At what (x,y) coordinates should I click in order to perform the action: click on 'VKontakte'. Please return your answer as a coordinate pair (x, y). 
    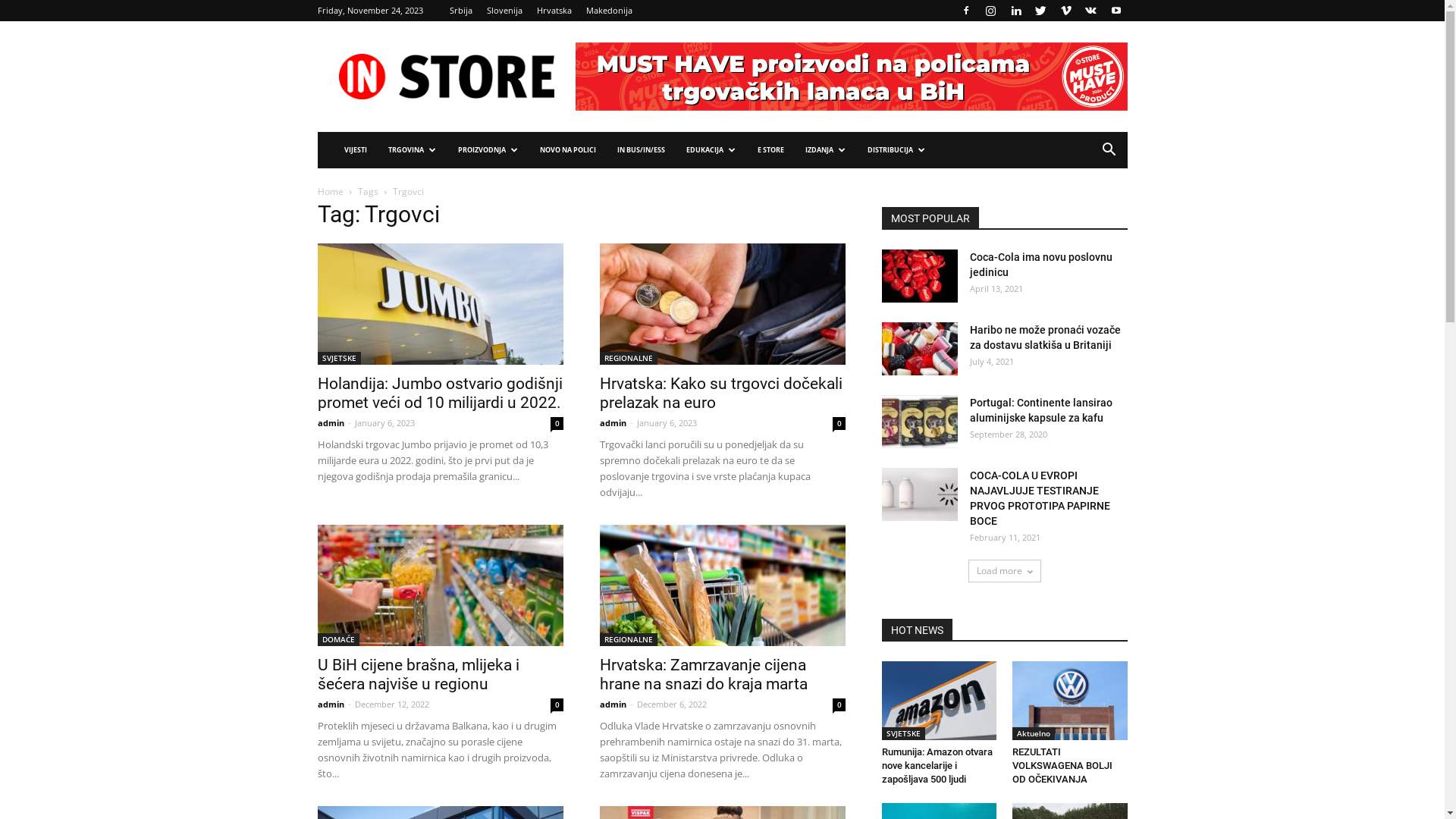
    Looking at the image, I should click on (1090, 11).